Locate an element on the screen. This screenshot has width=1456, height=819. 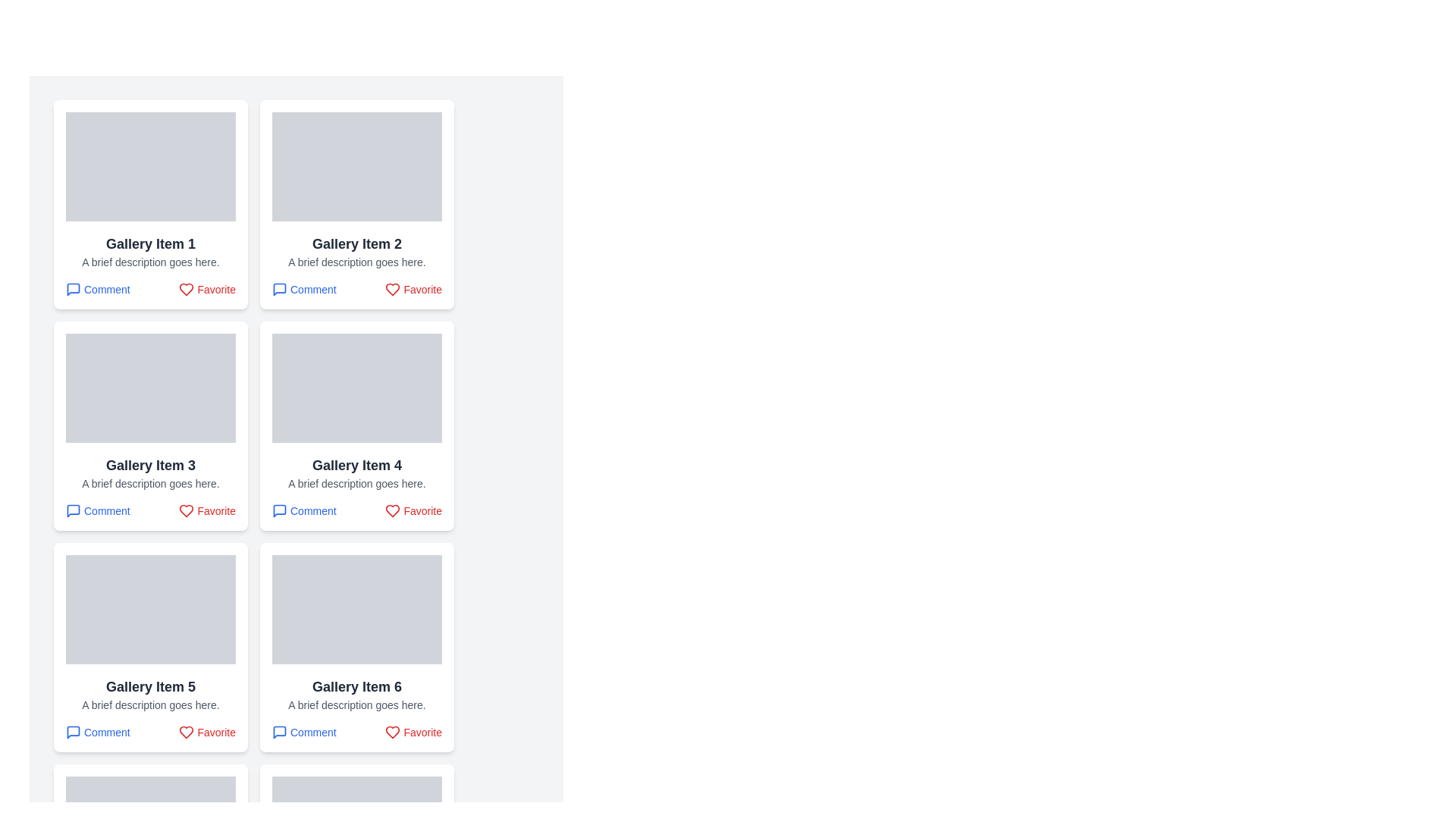
the decorative comment icon located to the left of the 'Comment' text in the interactive section beneath the 'Gallery Item 2' card is located at coordinates (280, 289).